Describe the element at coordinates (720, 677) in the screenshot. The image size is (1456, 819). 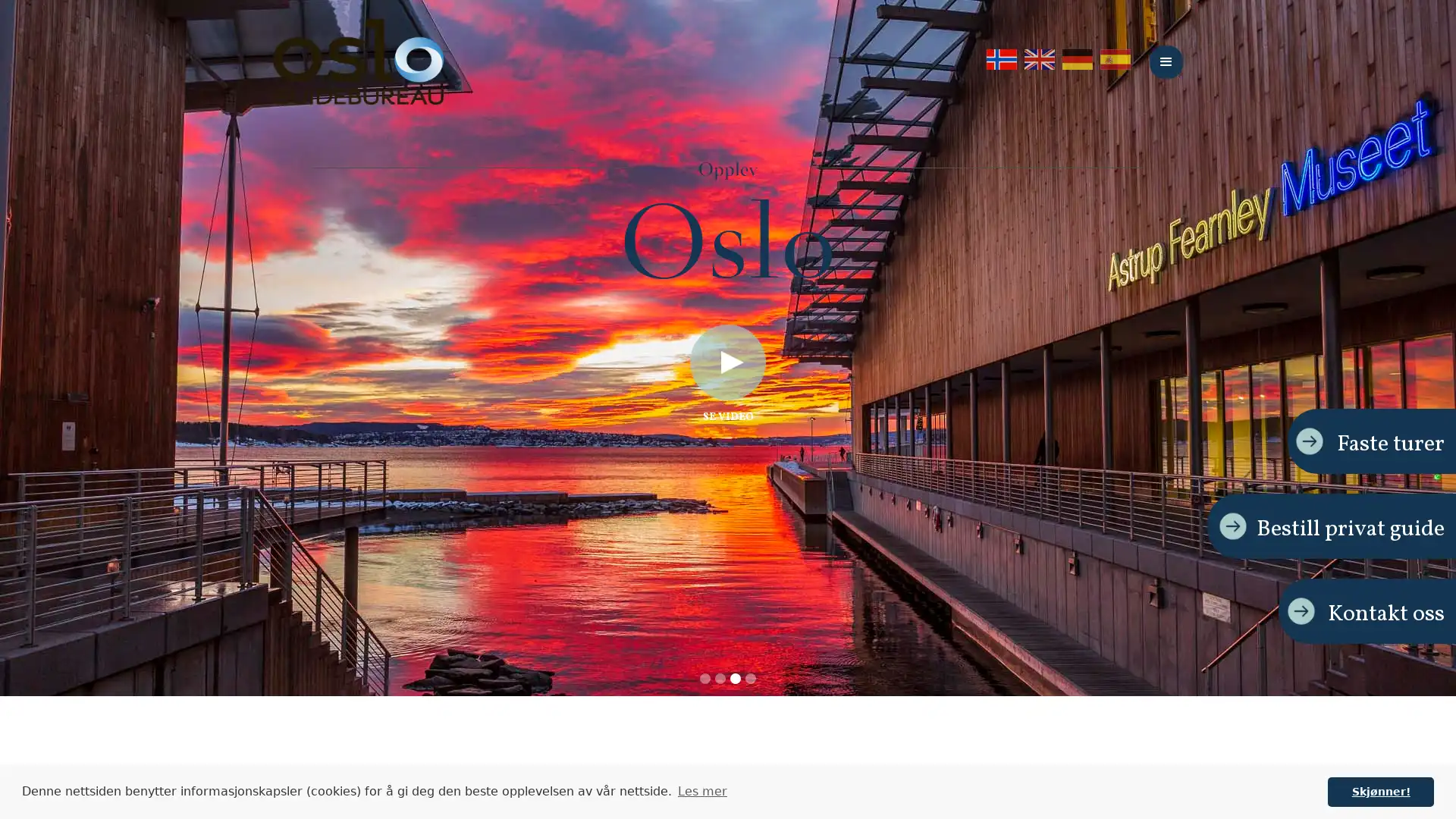
I see `Show slide 2 of 4` at that location.